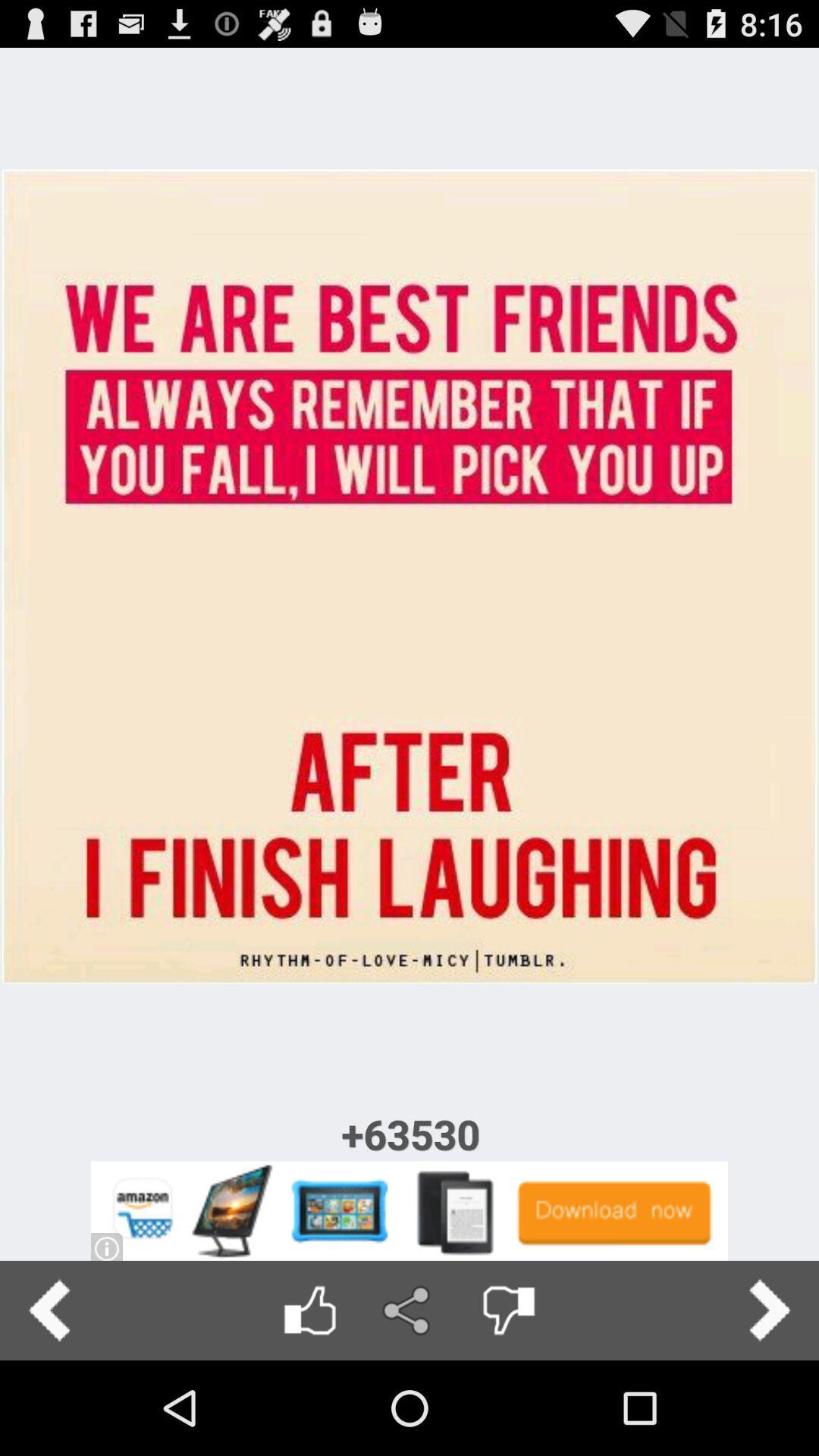 Image resolution: width=819 pixels, height=1456 pixels. I want to click on share image, so click(408, 1310).